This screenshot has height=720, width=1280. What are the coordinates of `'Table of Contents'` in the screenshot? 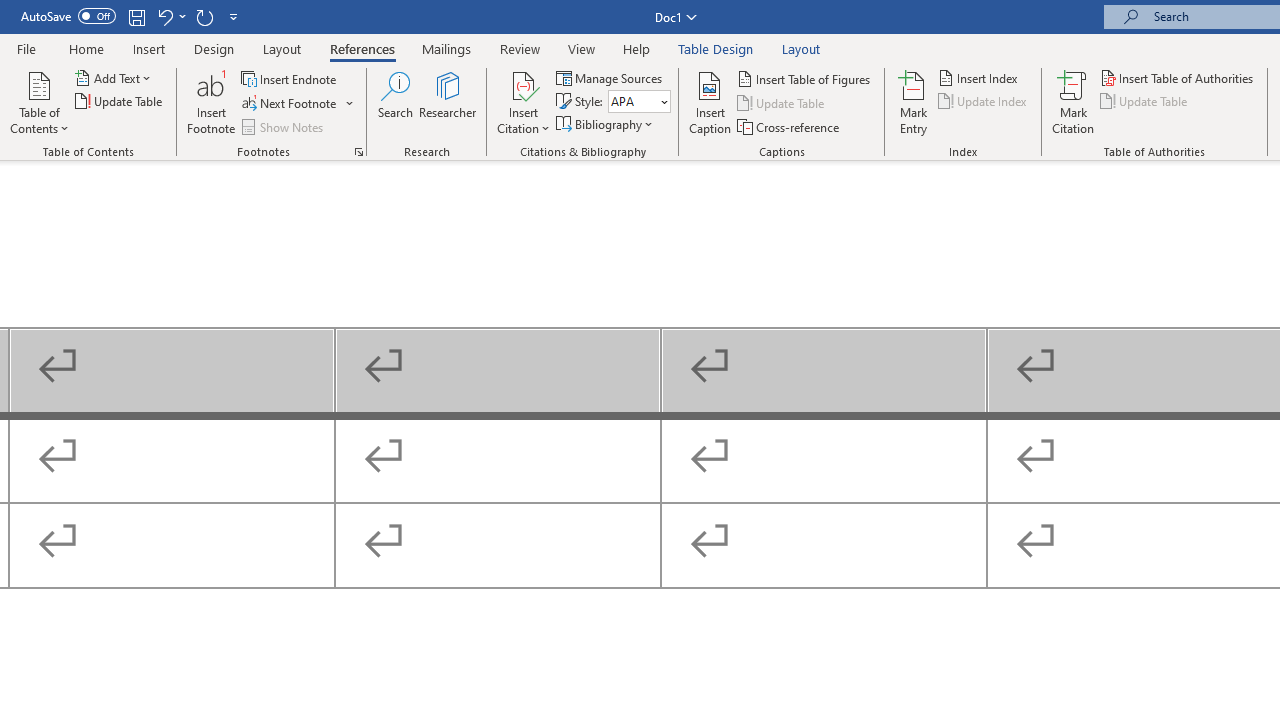 It's located at (39, 103).